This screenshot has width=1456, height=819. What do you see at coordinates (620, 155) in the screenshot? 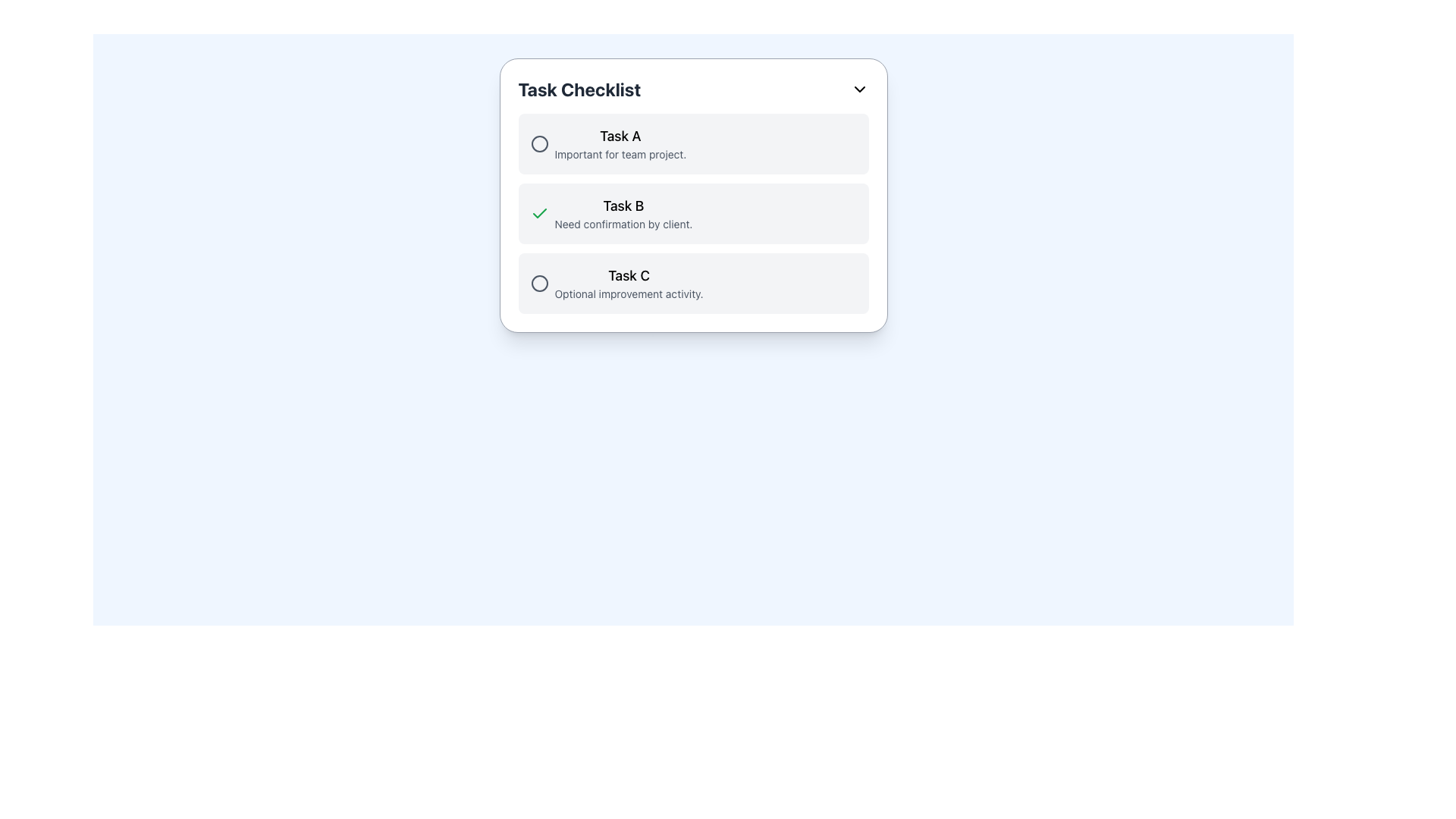
I see `the static text element that provides additional descriptive information about 'Task A', which is positioned directly under the title 'Task A' in the checklist` at bounding box center [620, 155].